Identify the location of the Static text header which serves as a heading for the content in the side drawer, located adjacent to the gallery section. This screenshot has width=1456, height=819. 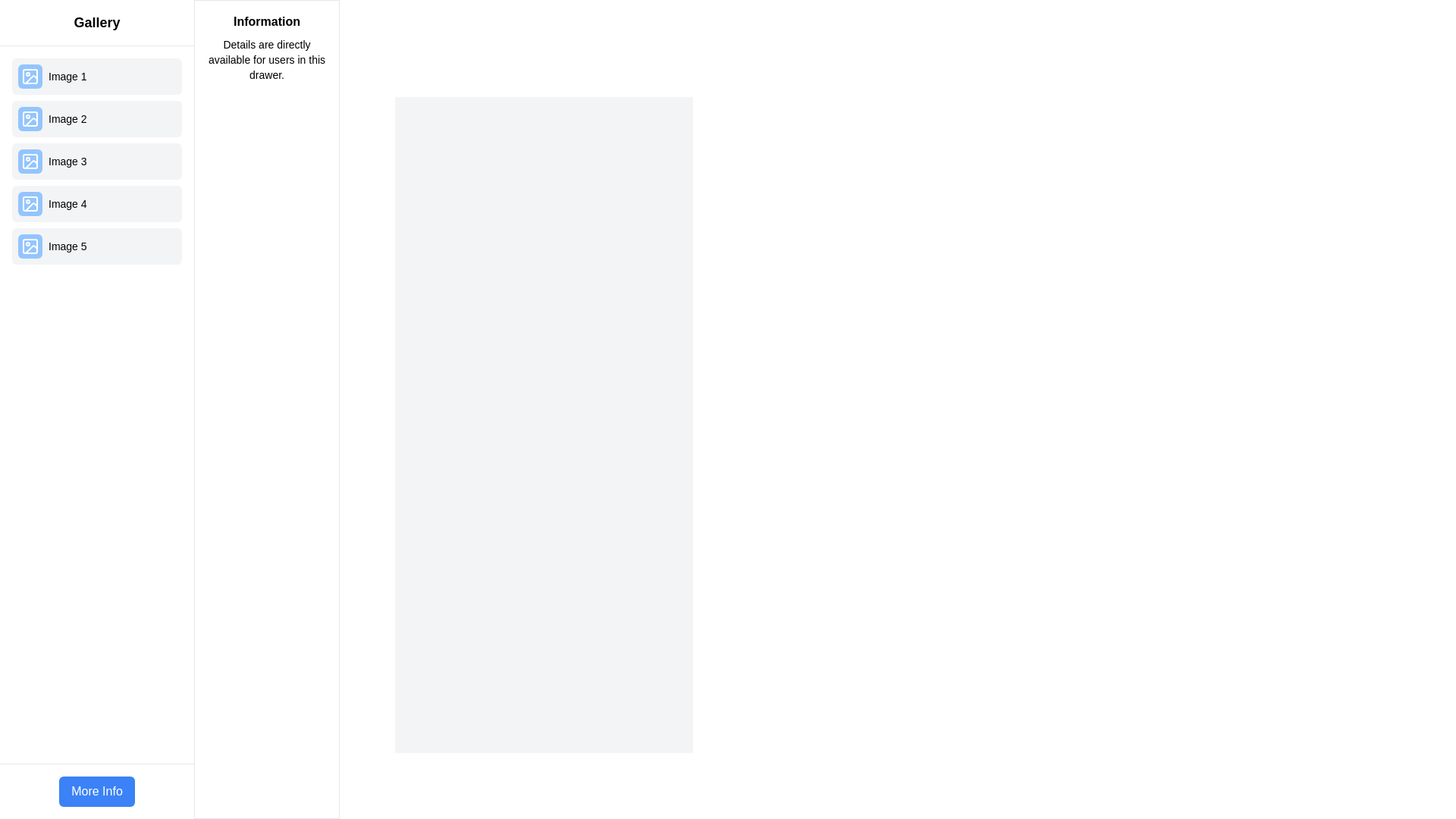
(266, 22).